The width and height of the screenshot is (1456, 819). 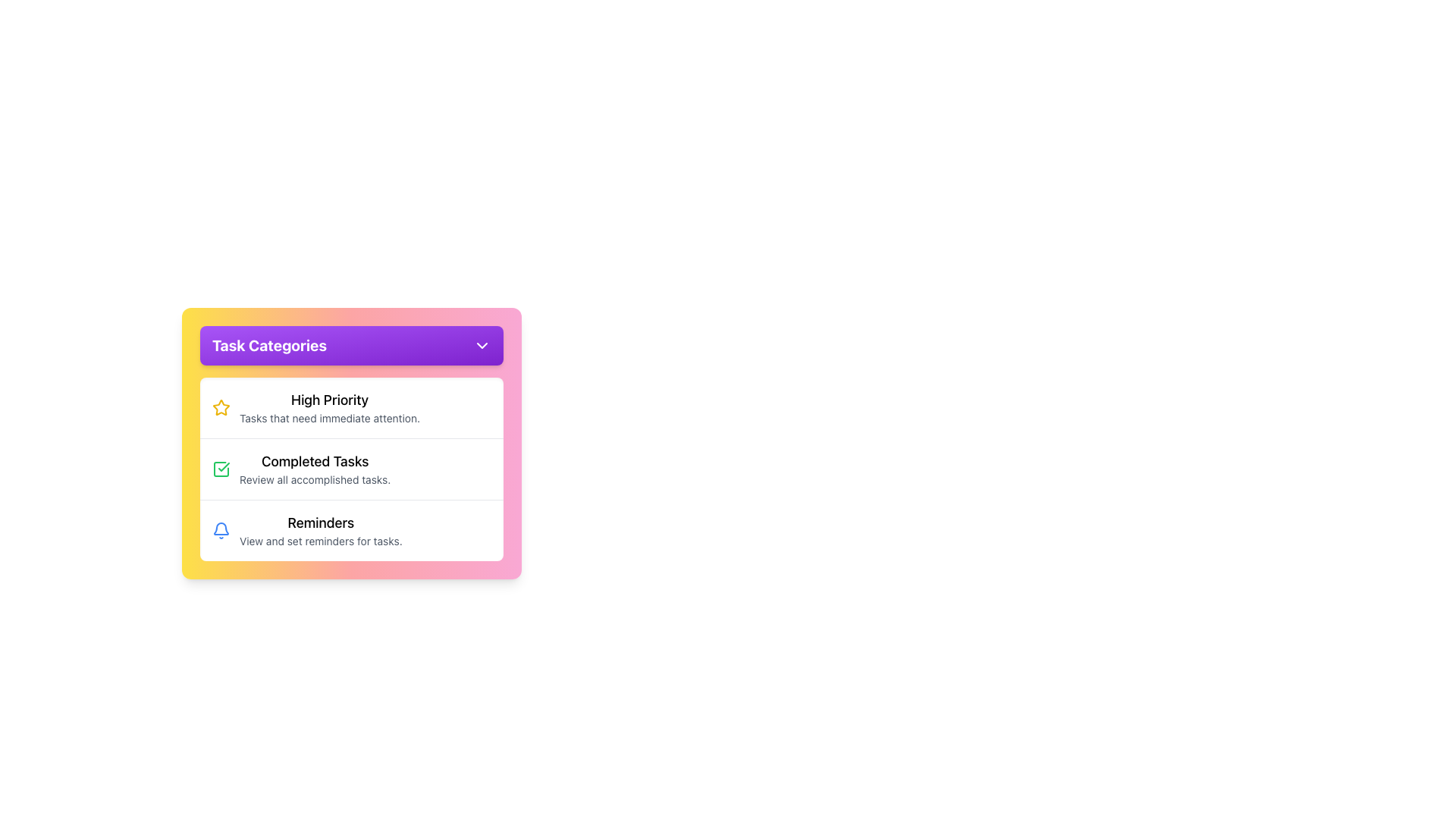 I want to click on the blue bell-shaped icon with a thin rounded outline, which is the third icon in the list located to the left of the 'Reminders' label in the 'Task Categories' section, so click(x=221, y=529).